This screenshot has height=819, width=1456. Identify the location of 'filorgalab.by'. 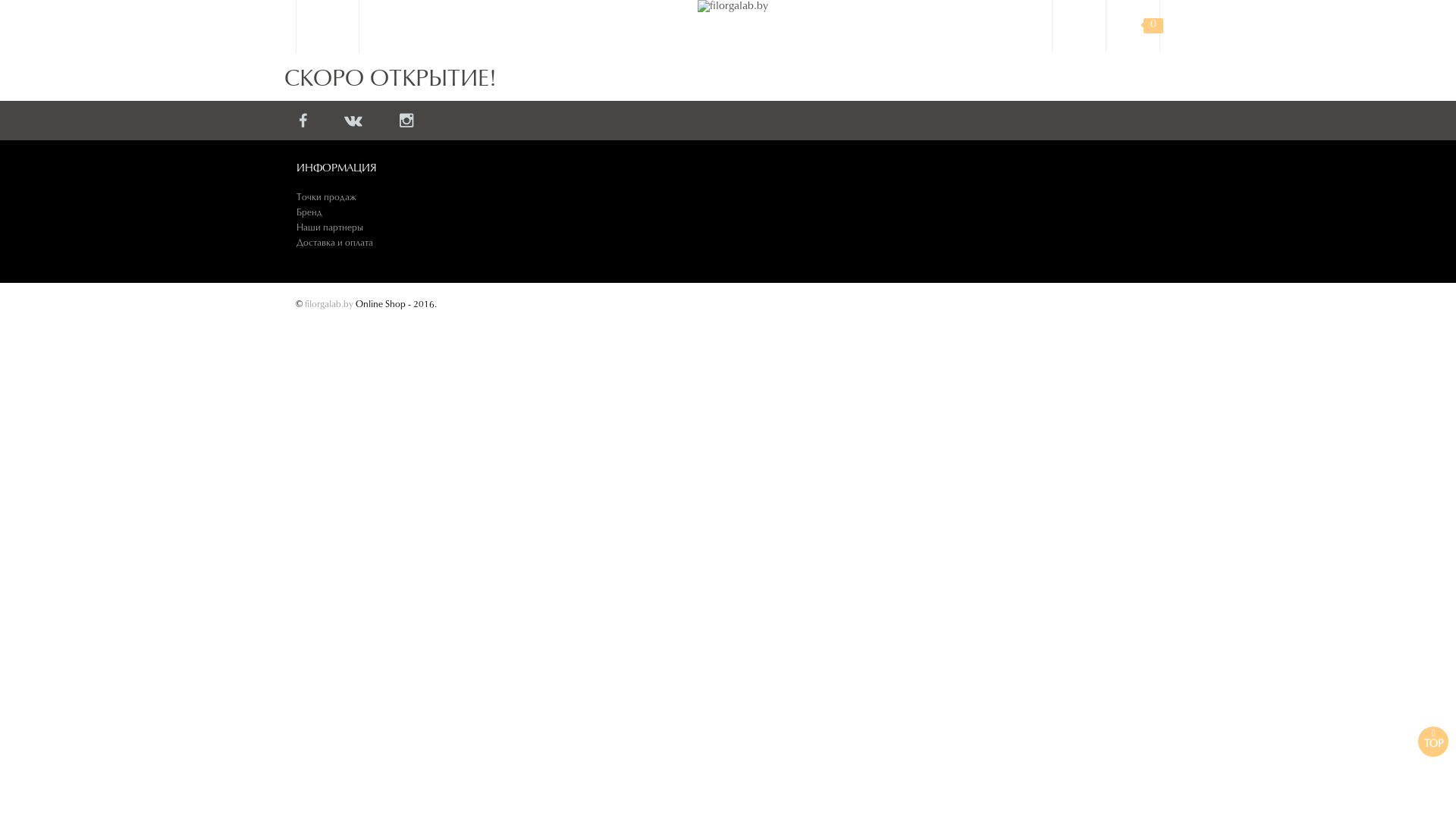
(328, 304).